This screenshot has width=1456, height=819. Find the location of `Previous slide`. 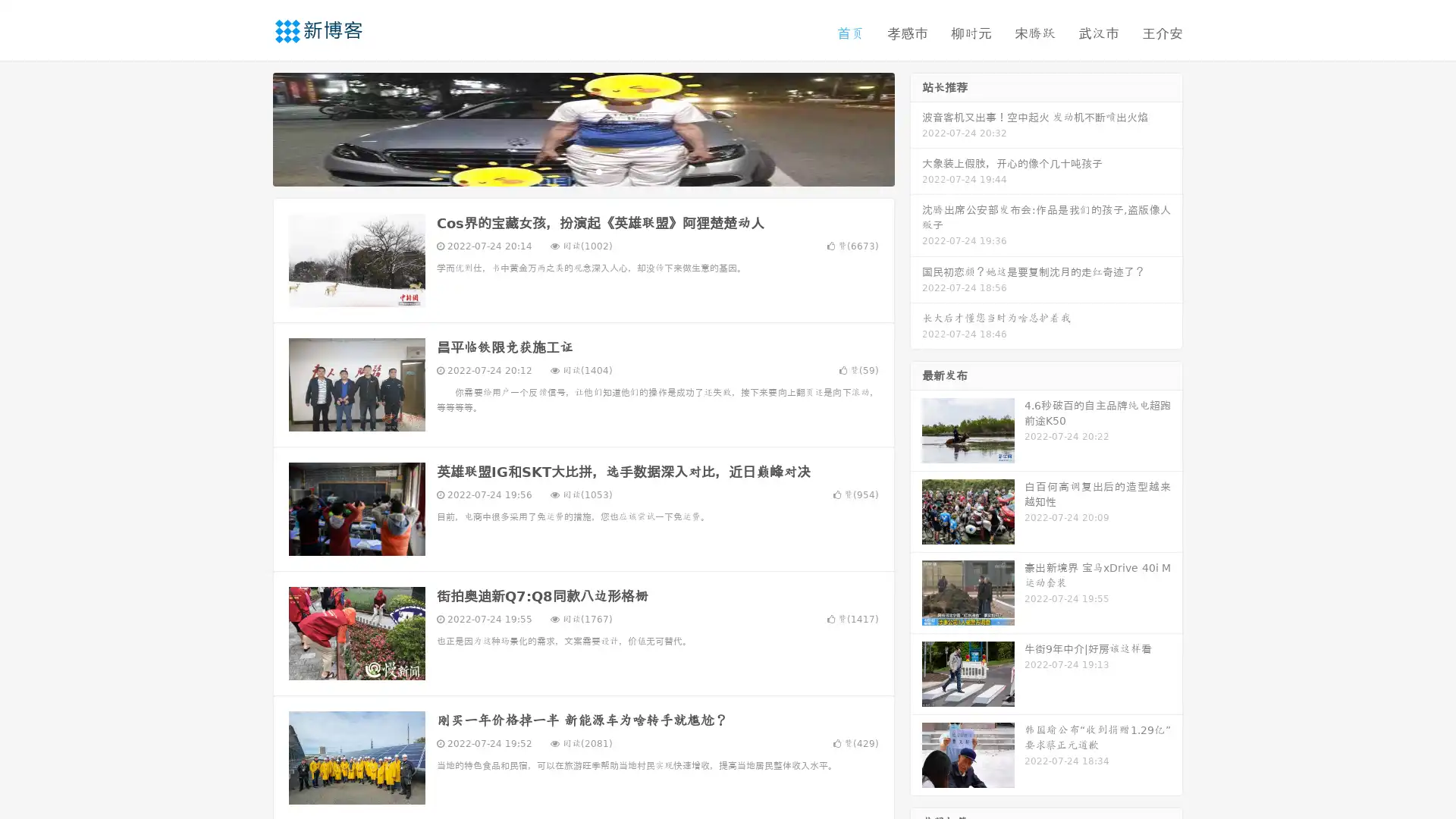

Previous slide is located at coordinates (250, 127).